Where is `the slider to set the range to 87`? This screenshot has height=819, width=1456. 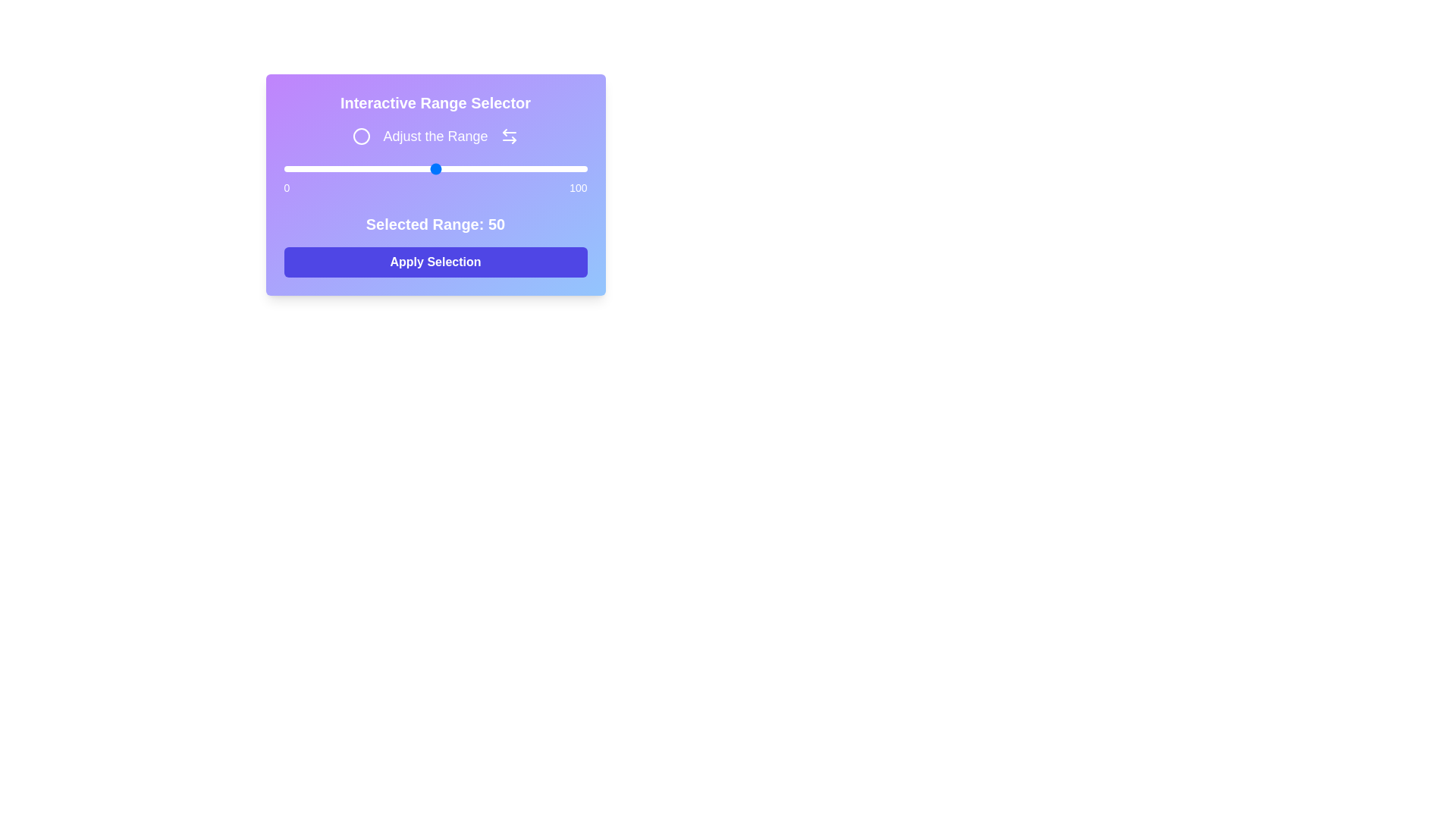
the slider to set the range to 87 is located at coordinates (547, 169).